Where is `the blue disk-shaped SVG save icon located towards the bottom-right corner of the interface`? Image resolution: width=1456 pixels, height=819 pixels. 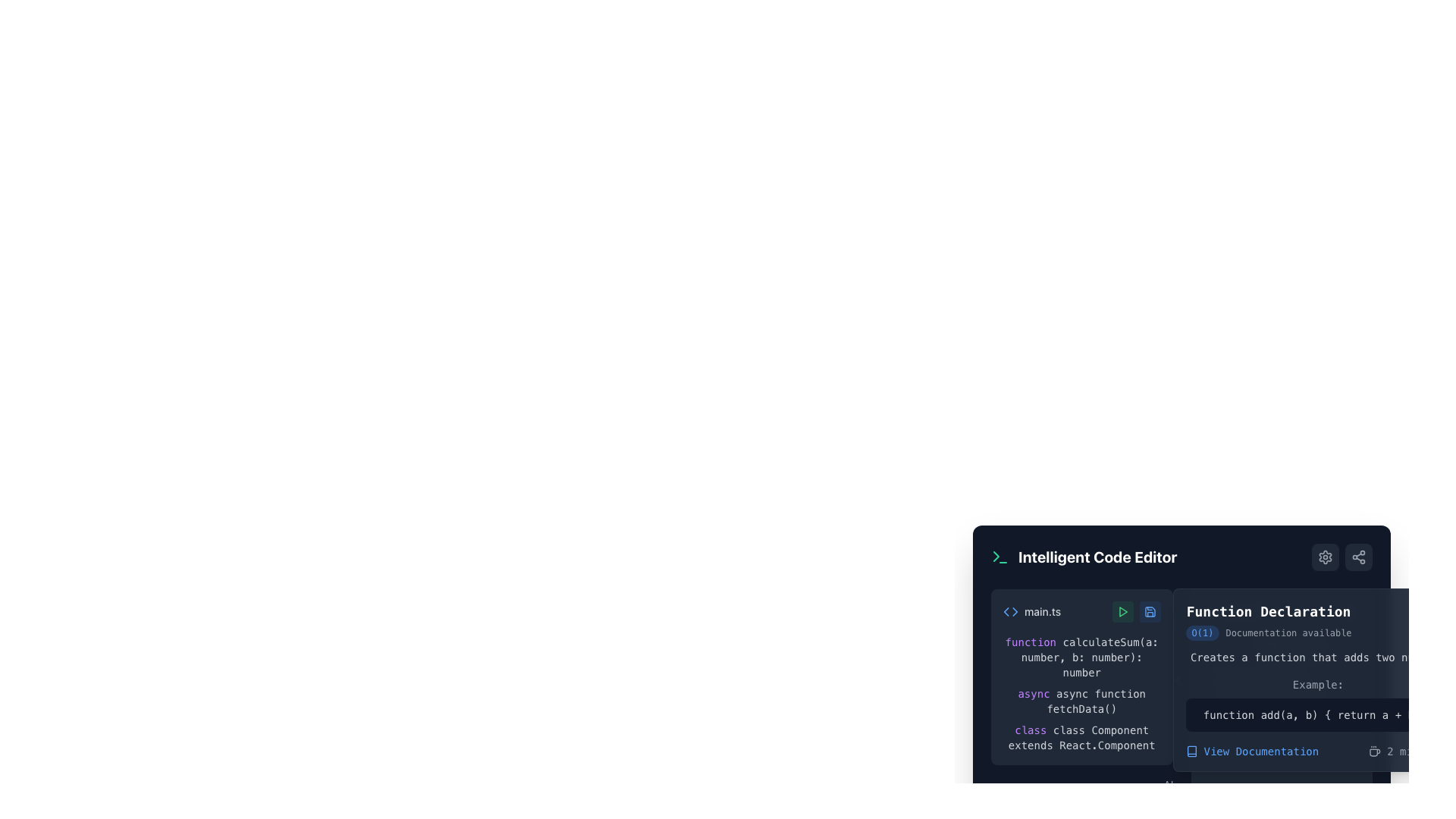
the blue disk-shaped SVG save icon located towards the bottom-right corner of the interface is located at coordinates (1150, 610).